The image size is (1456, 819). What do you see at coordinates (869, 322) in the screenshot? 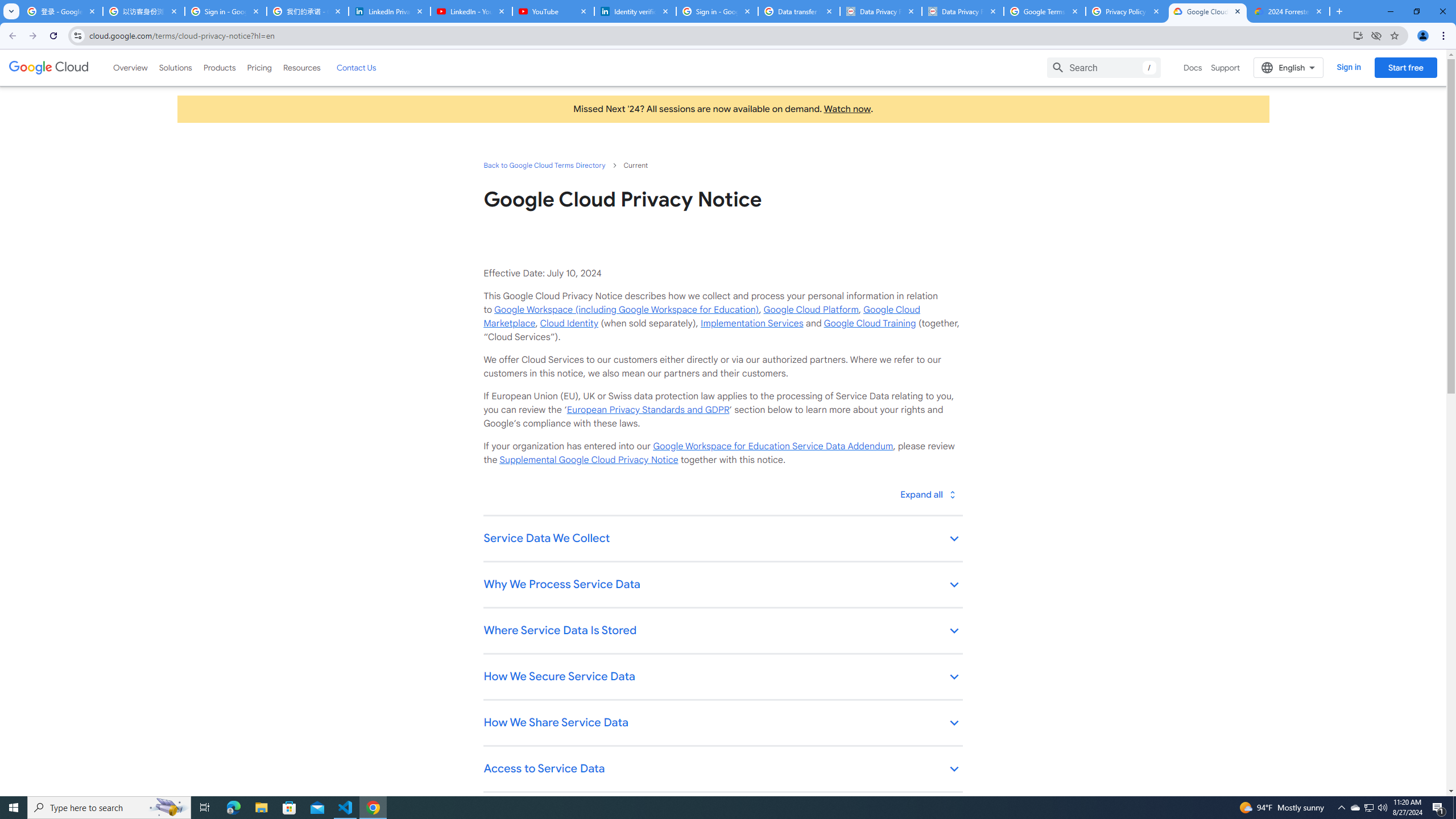
I see `'Google Cloud Training'` at bounding box center [869, 322].